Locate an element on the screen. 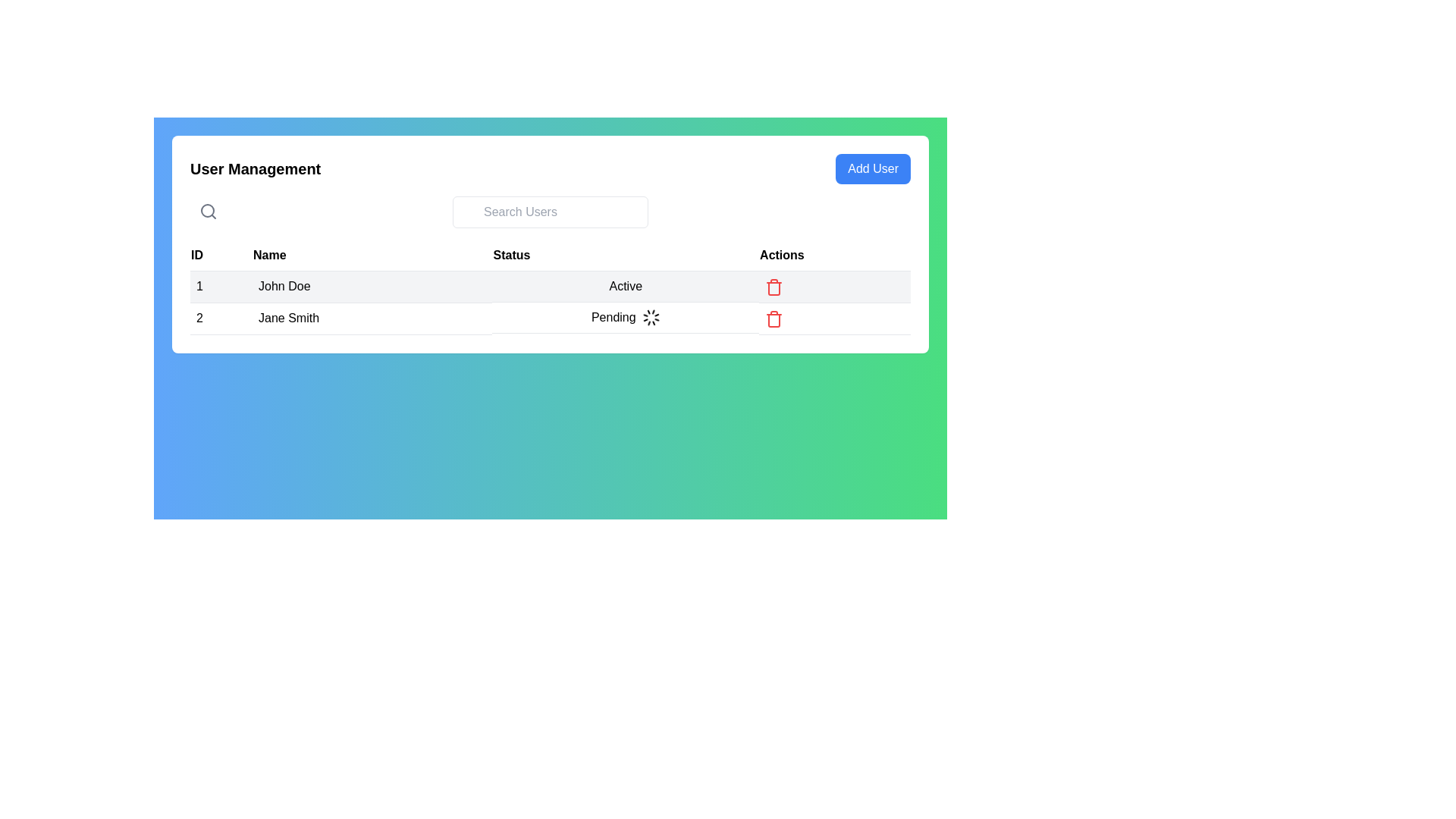 The width and height of the screenshot is (1456, 819). the text input search field located beneath the 'User Management' header to focus it for user query input is located at coordinates (549, 212).